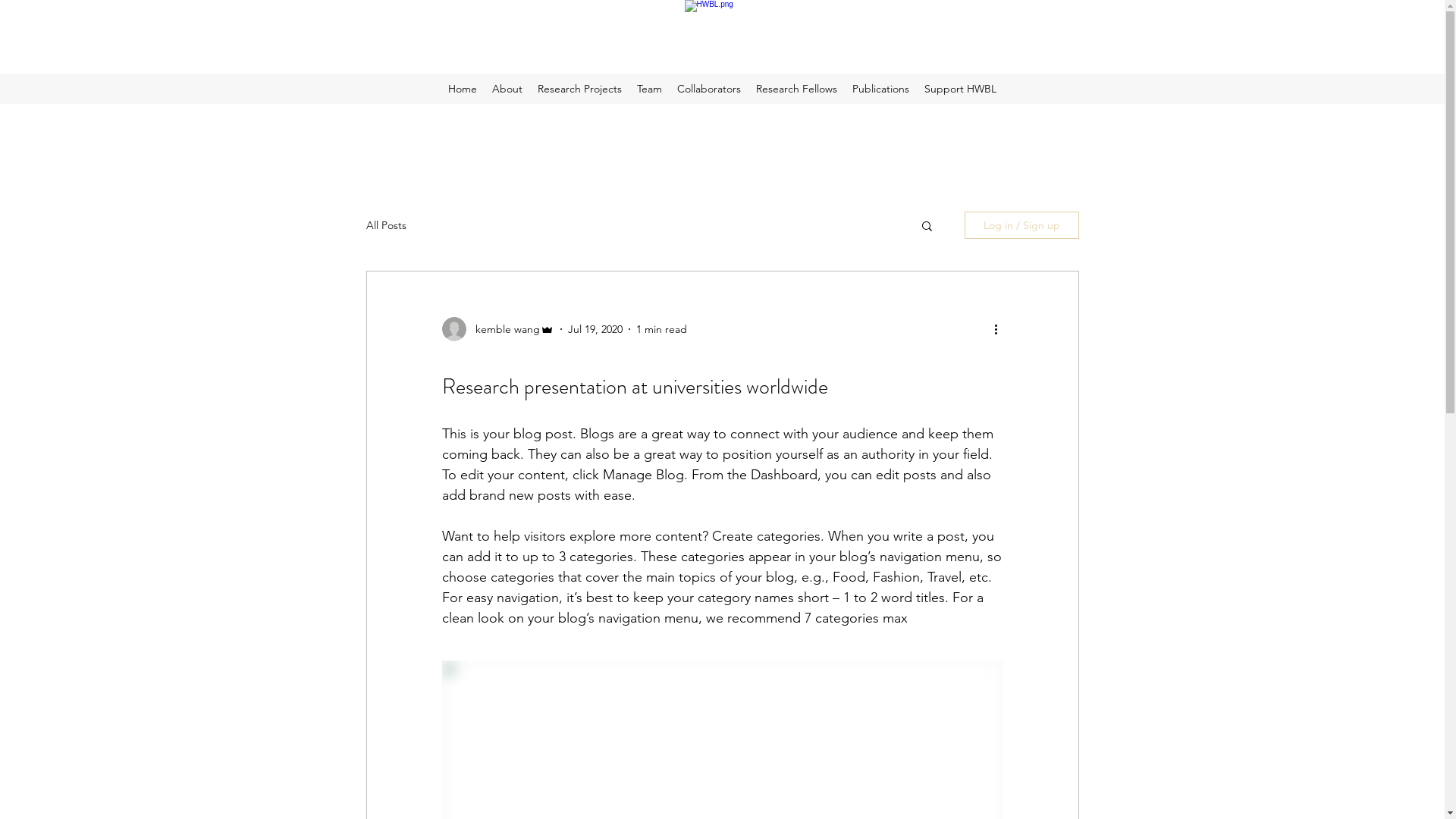 The height and width of the screenshot is (819, 1456). I want to click on 'Support HWBL', so click(959, 88).